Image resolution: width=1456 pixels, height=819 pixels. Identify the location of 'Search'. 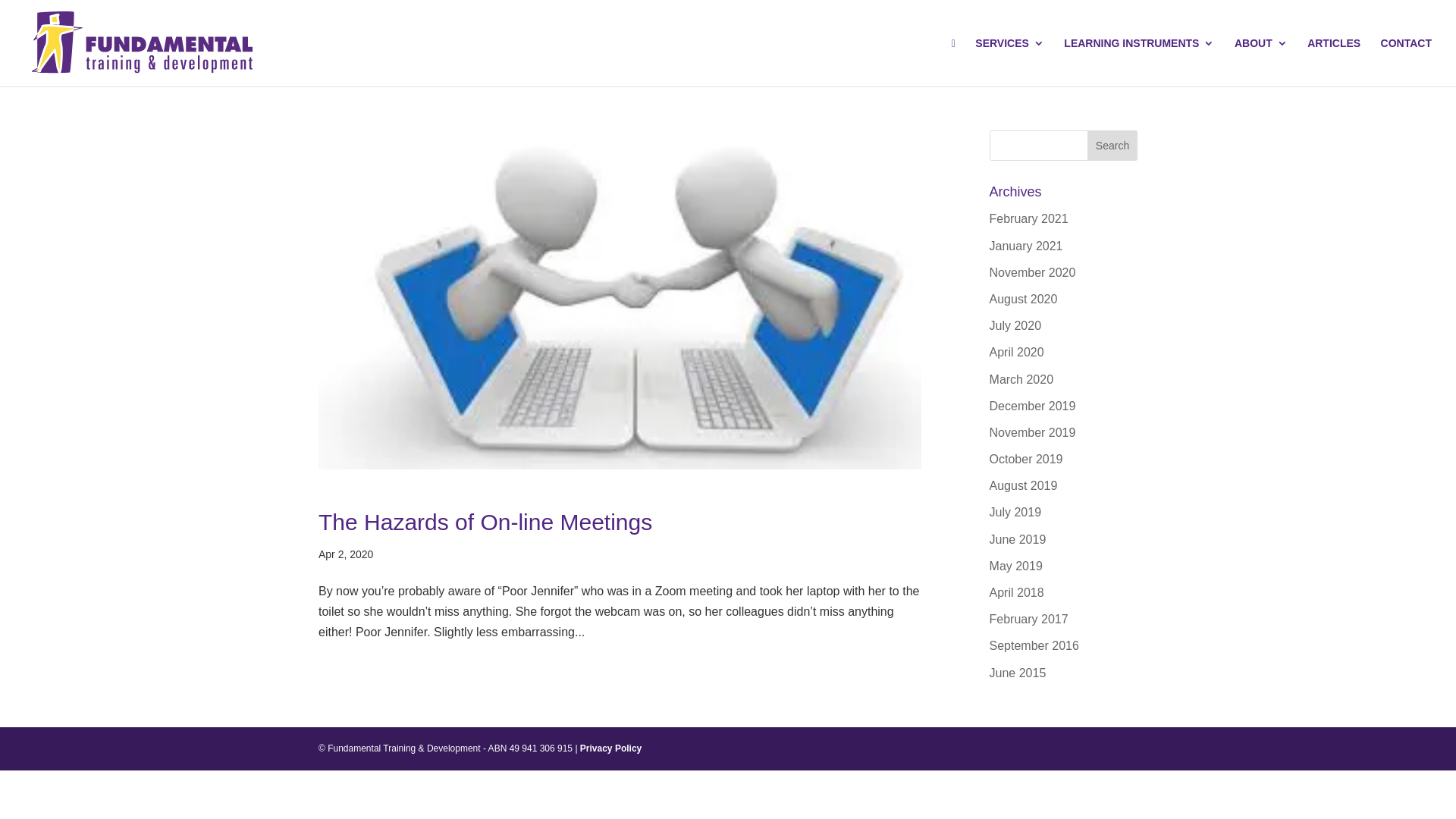
(1112, 146).